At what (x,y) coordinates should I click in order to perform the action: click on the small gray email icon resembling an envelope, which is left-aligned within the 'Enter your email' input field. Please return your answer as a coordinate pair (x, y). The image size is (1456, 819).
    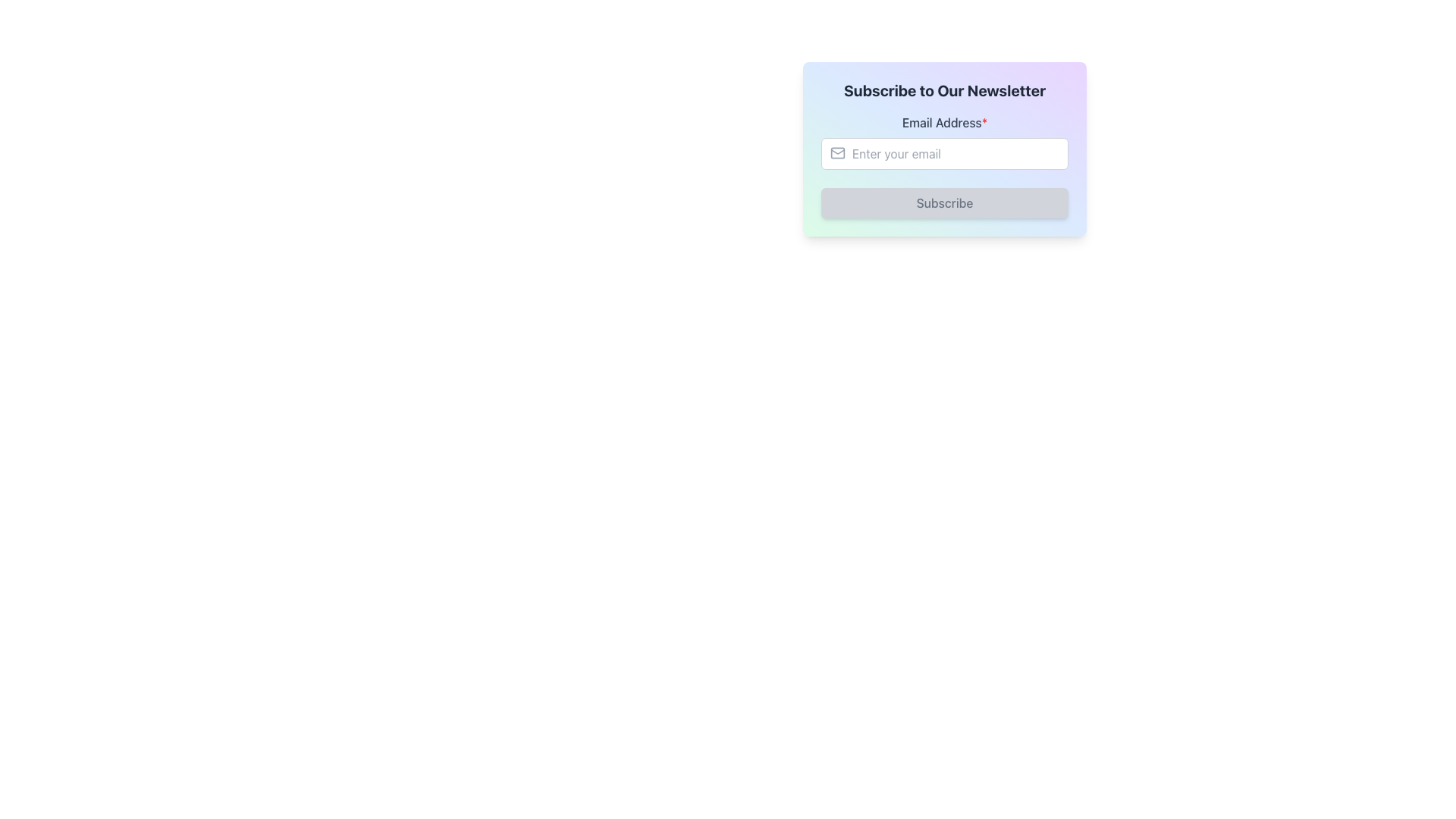
    Looking at the image, I should click on (836, 152).